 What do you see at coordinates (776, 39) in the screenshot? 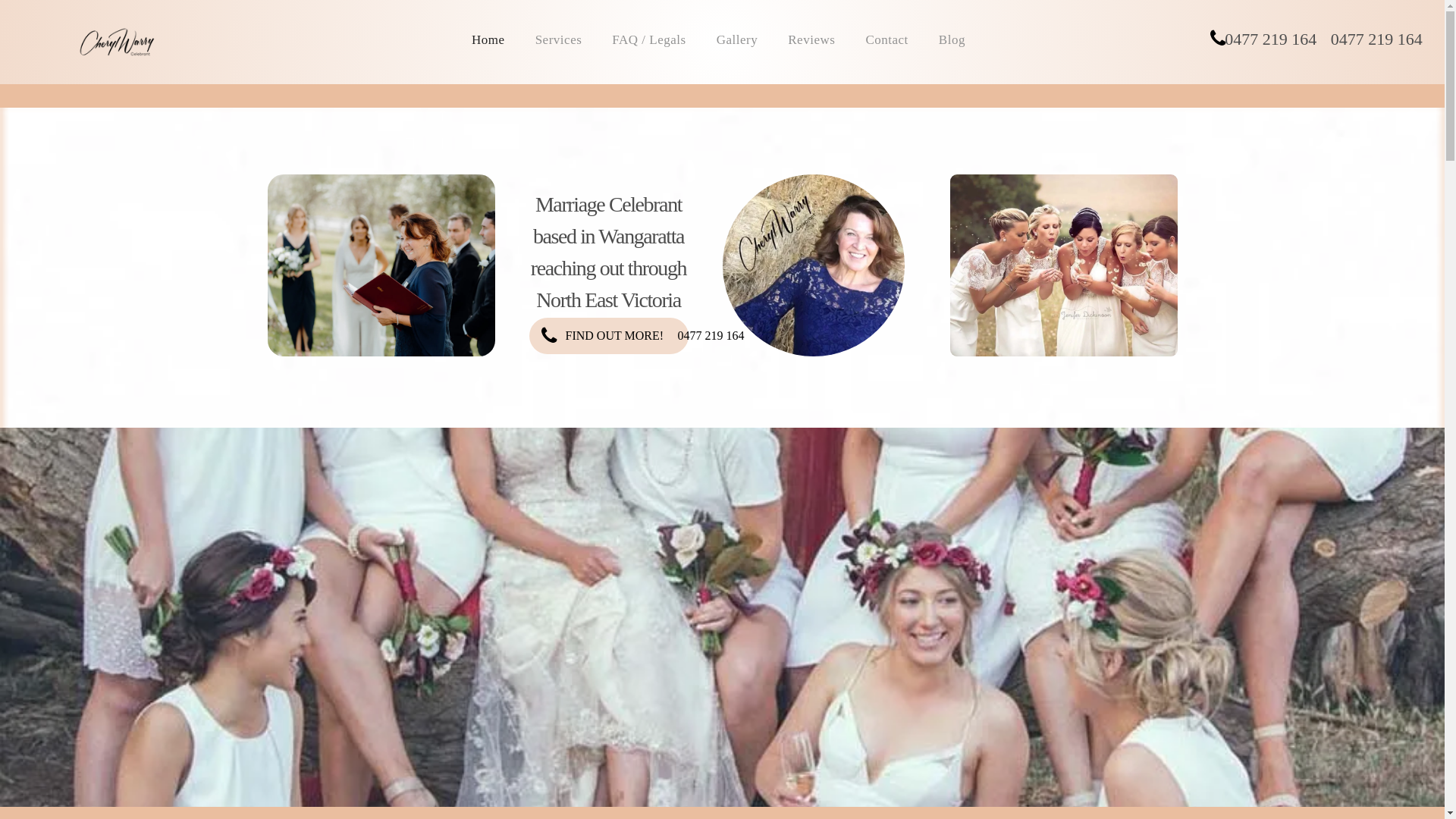
I see `'Reviews'` at bounding box center [776, 39].